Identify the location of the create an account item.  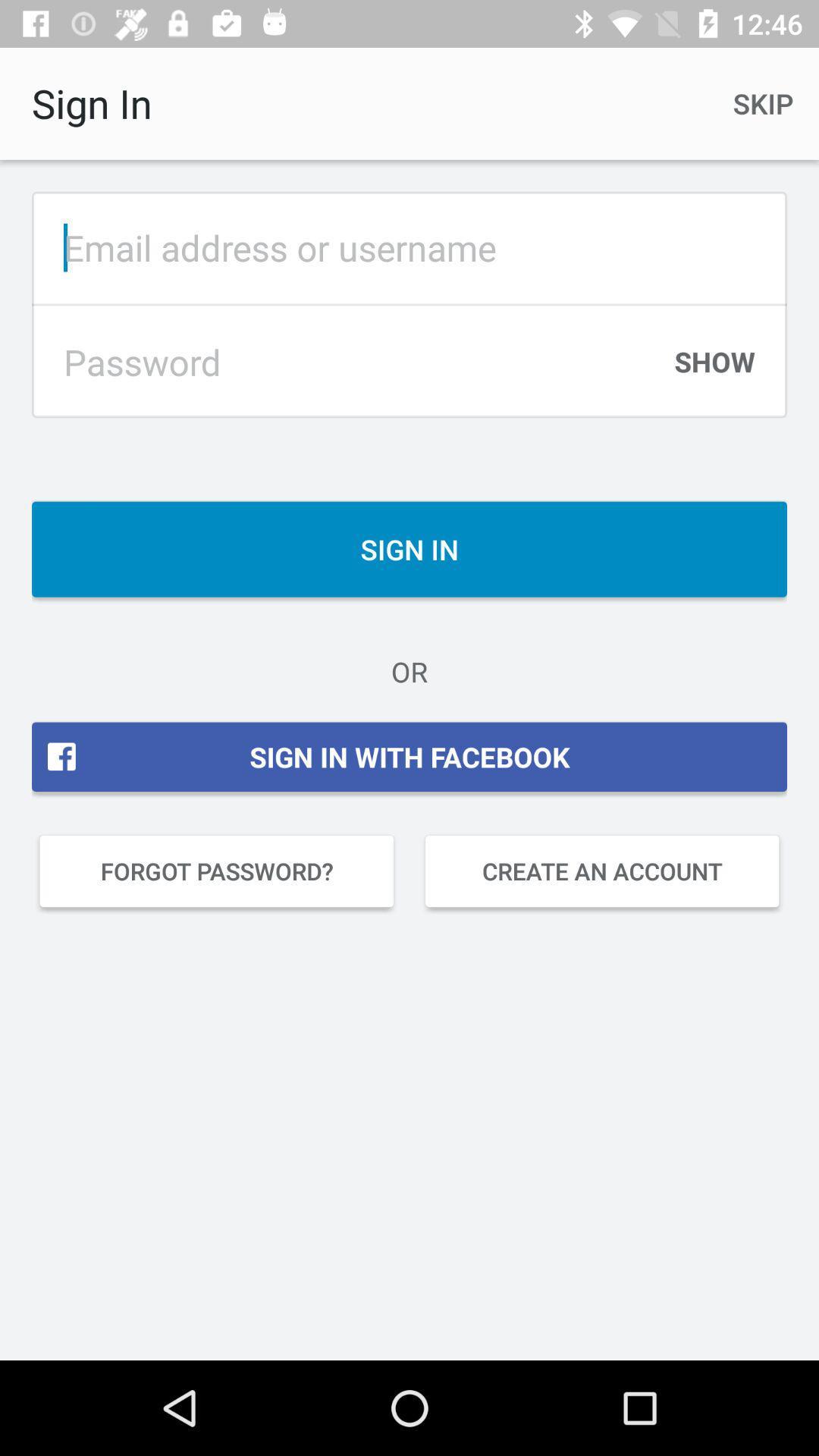
(601, 871).